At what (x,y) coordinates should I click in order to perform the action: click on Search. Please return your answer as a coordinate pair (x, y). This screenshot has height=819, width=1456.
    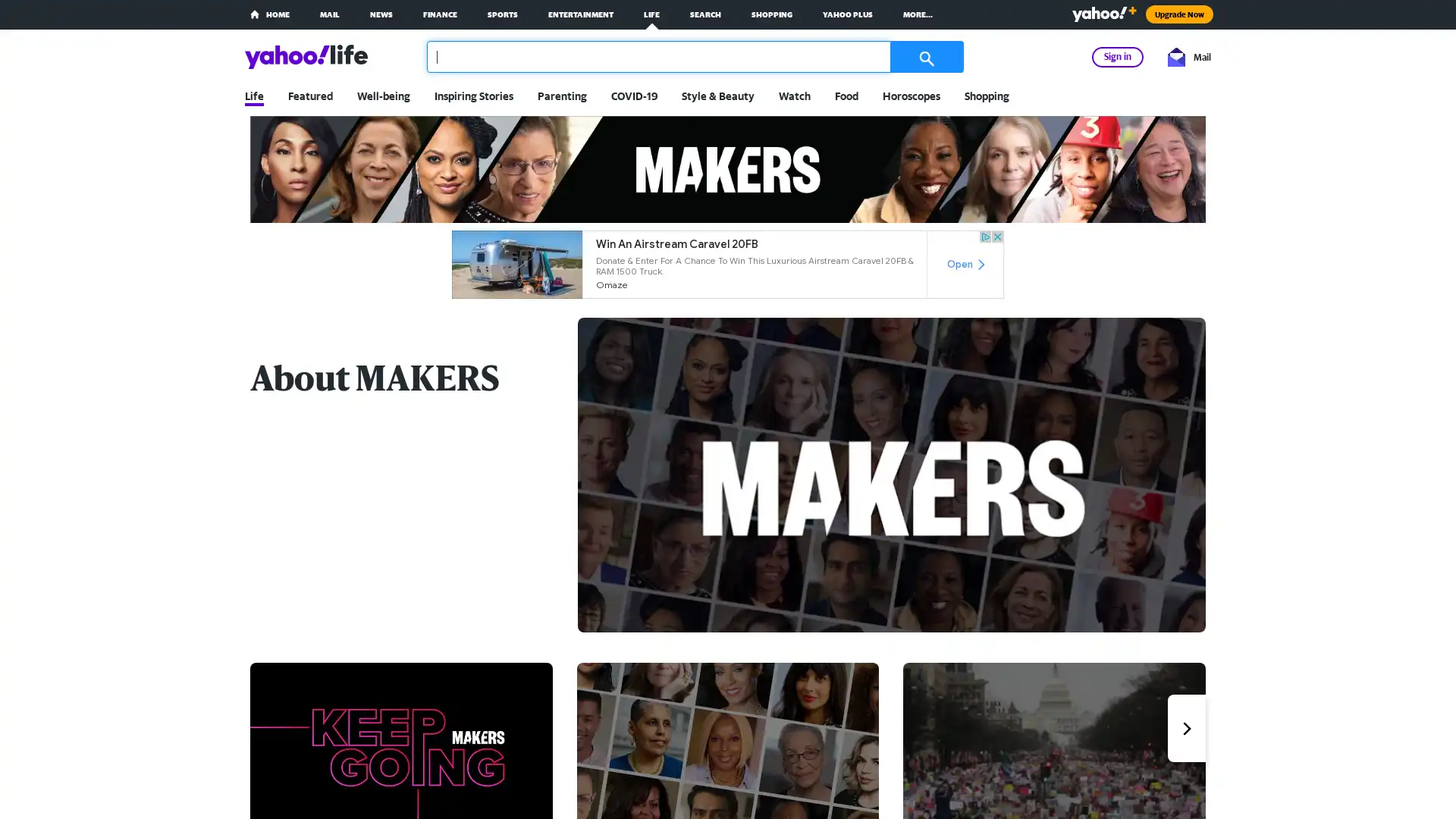
    Looking at the image, I should click on (924, 55).